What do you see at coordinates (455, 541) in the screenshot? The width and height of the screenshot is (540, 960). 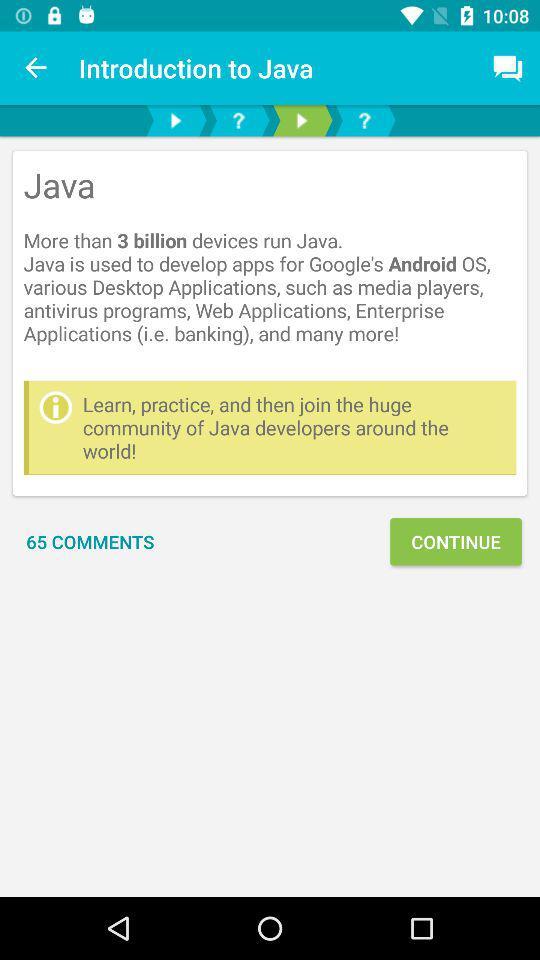 I see `item next to the 65 comments item` at bounding box center [455, 541].